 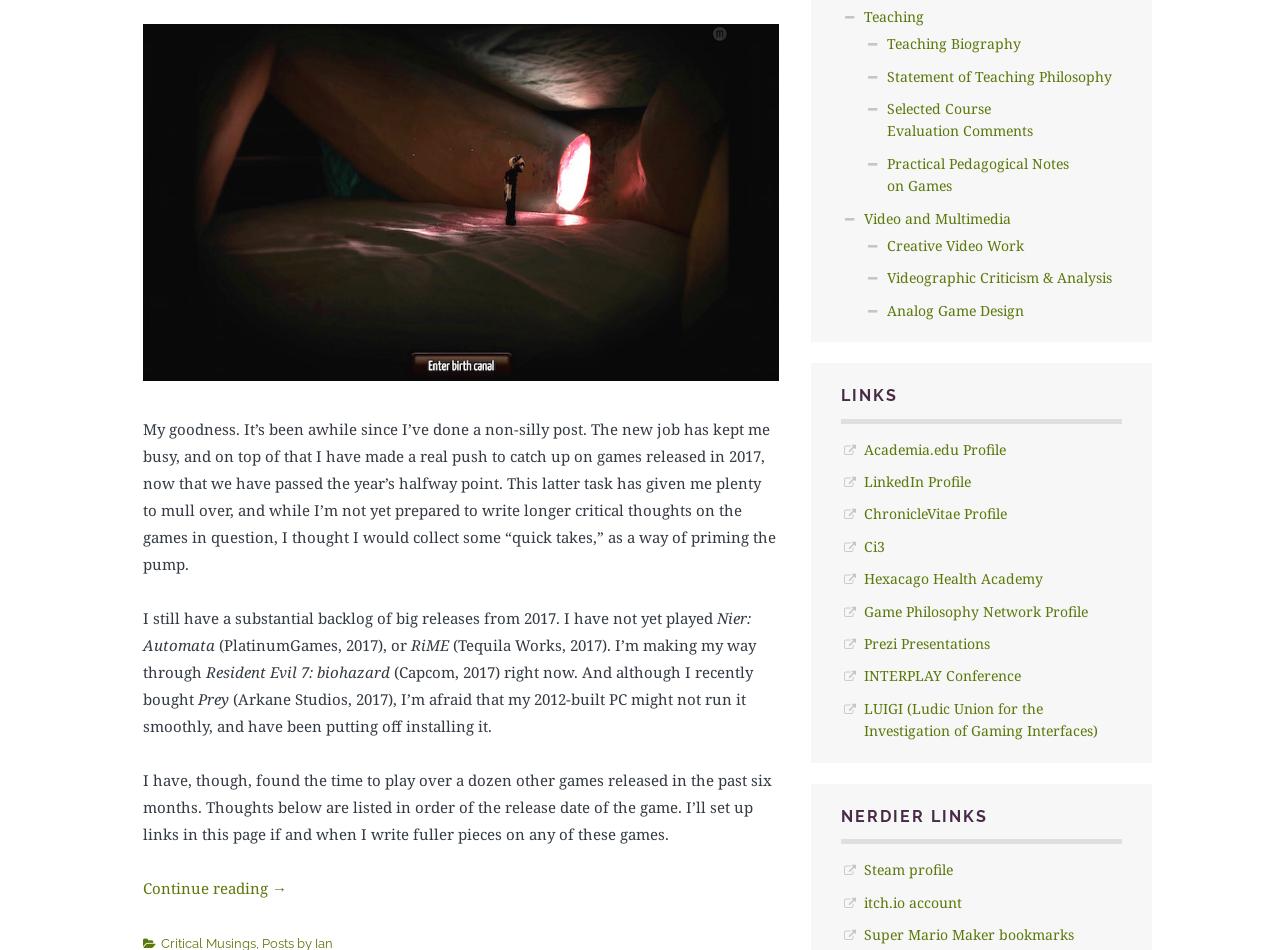 I want to click on 'LinkedIn Profile', so click(x=915, y=481).